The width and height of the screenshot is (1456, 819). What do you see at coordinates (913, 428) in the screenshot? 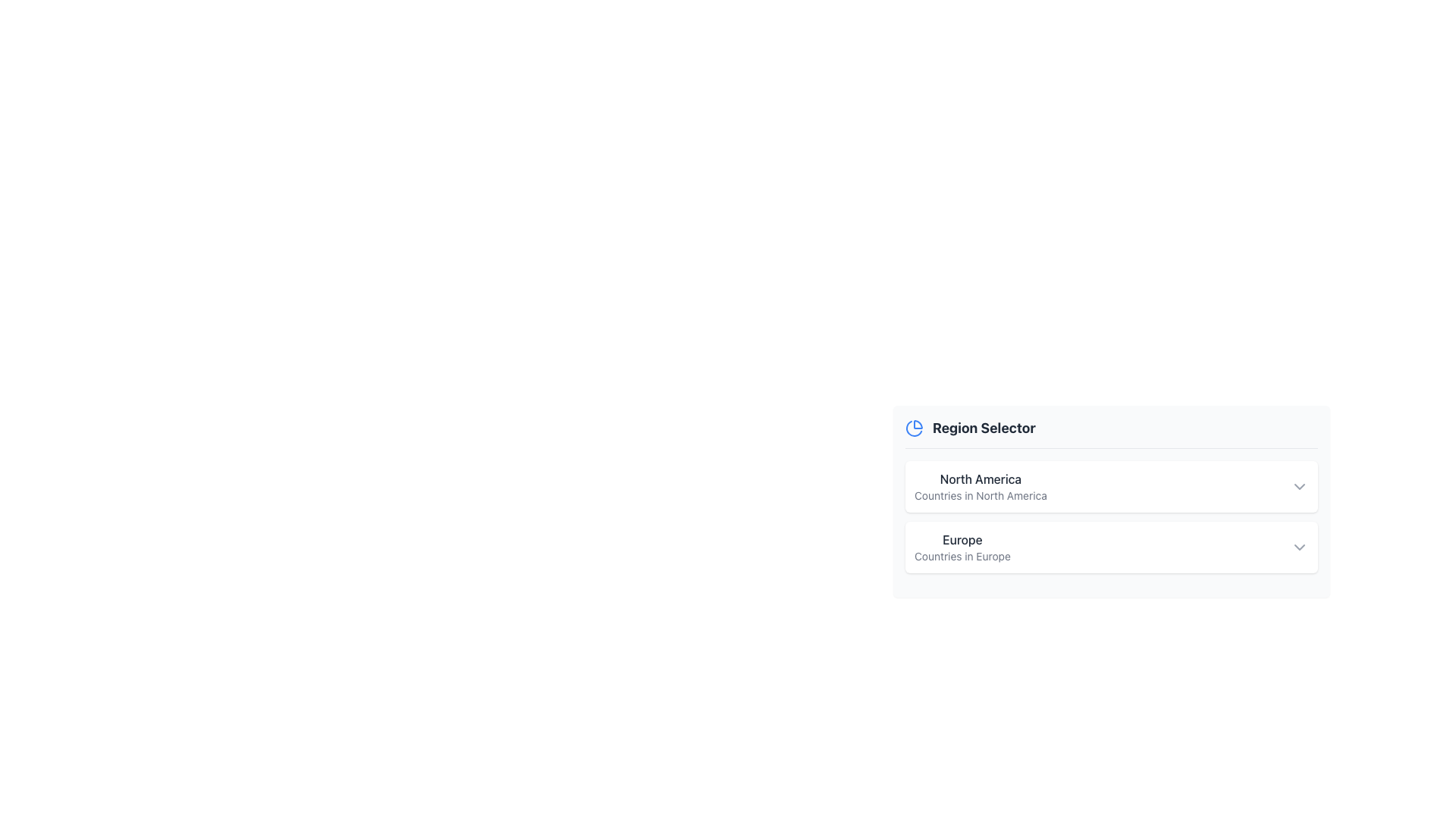
I see `the blue pie chart icon located to the left of the 'Region Selector' text in the header section` at bounding box center [913, 428].